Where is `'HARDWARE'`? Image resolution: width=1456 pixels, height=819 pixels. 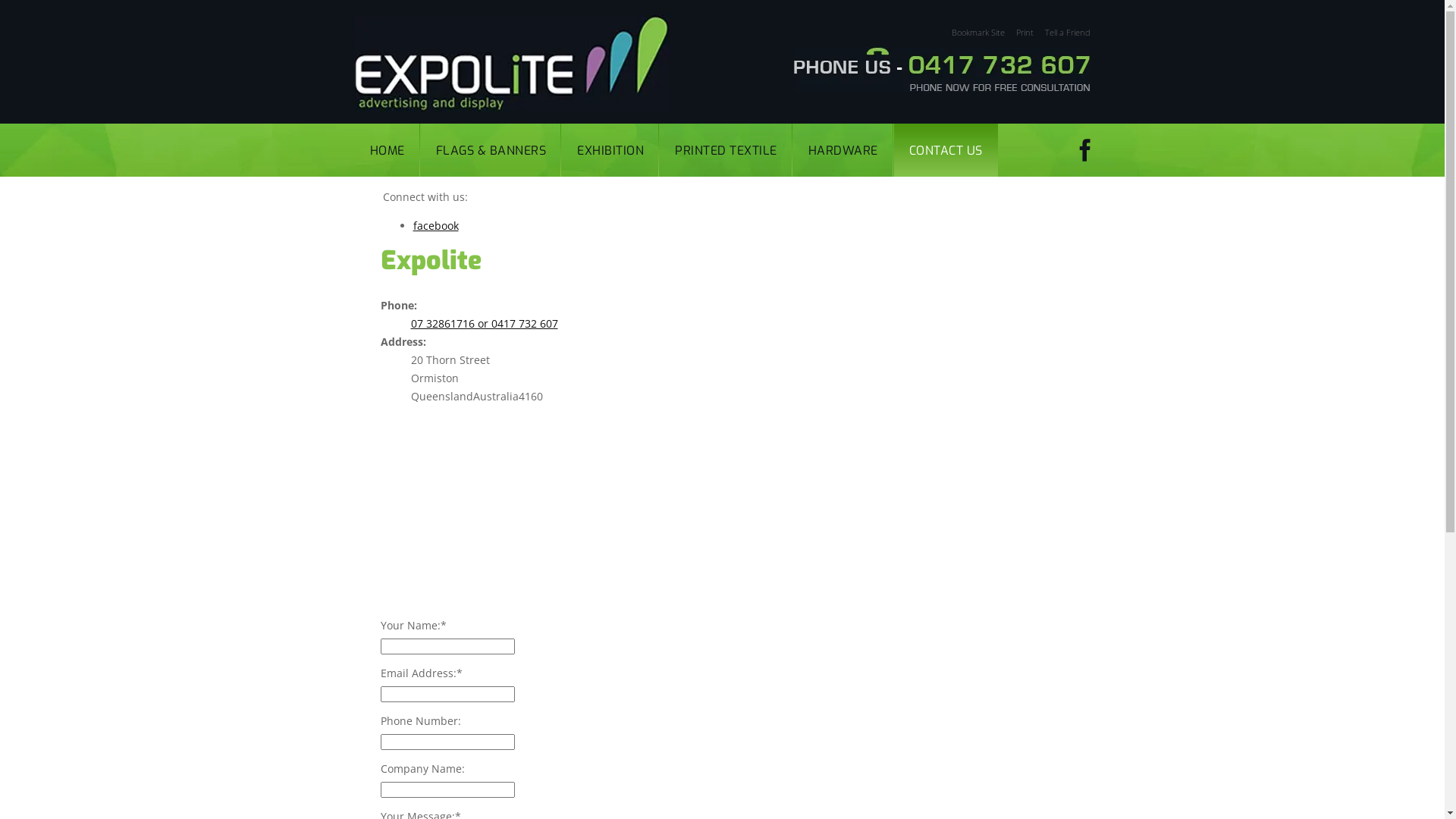 'HARDWARE' is located at coordinates (843, 149).